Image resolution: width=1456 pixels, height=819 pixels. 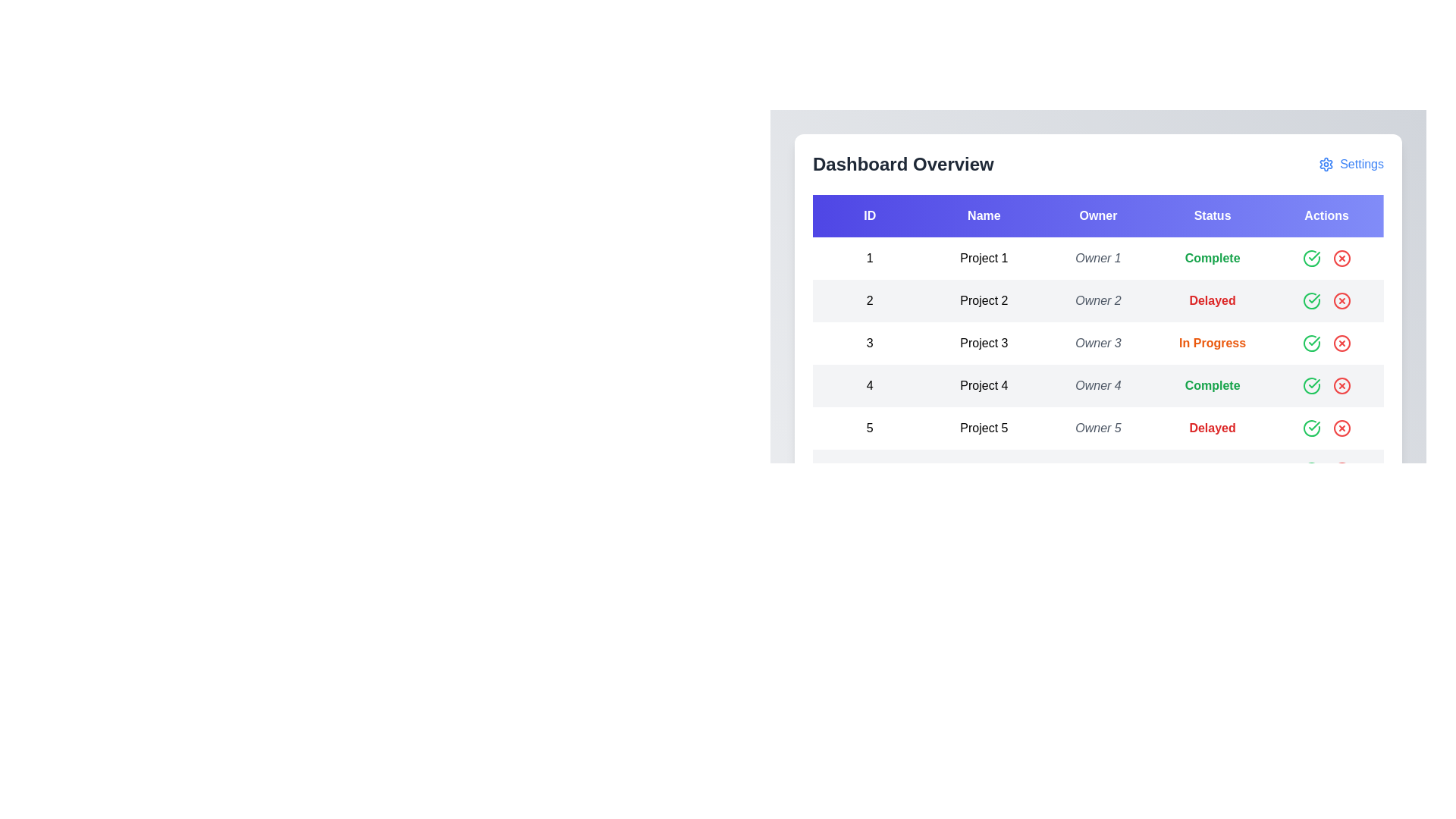 What do you see at coordinates (1310, 343) in the screenshot?
I see `green button in the actions column for the task with ID 3` at bounding box center [1310, 343].